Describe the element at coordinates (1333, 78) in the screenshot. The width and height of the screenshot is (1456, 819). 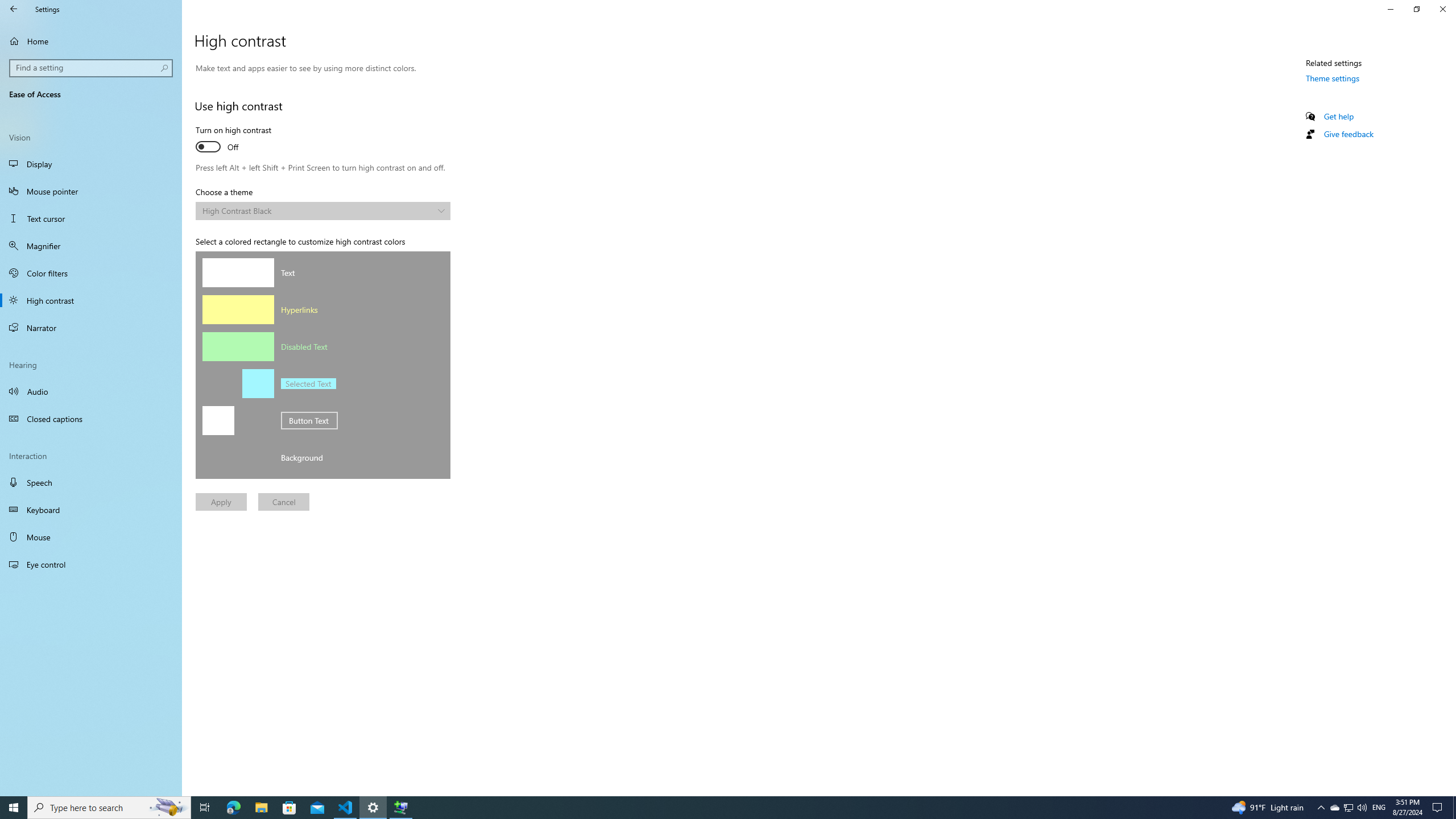
I see `'Theme settings'` at that location.